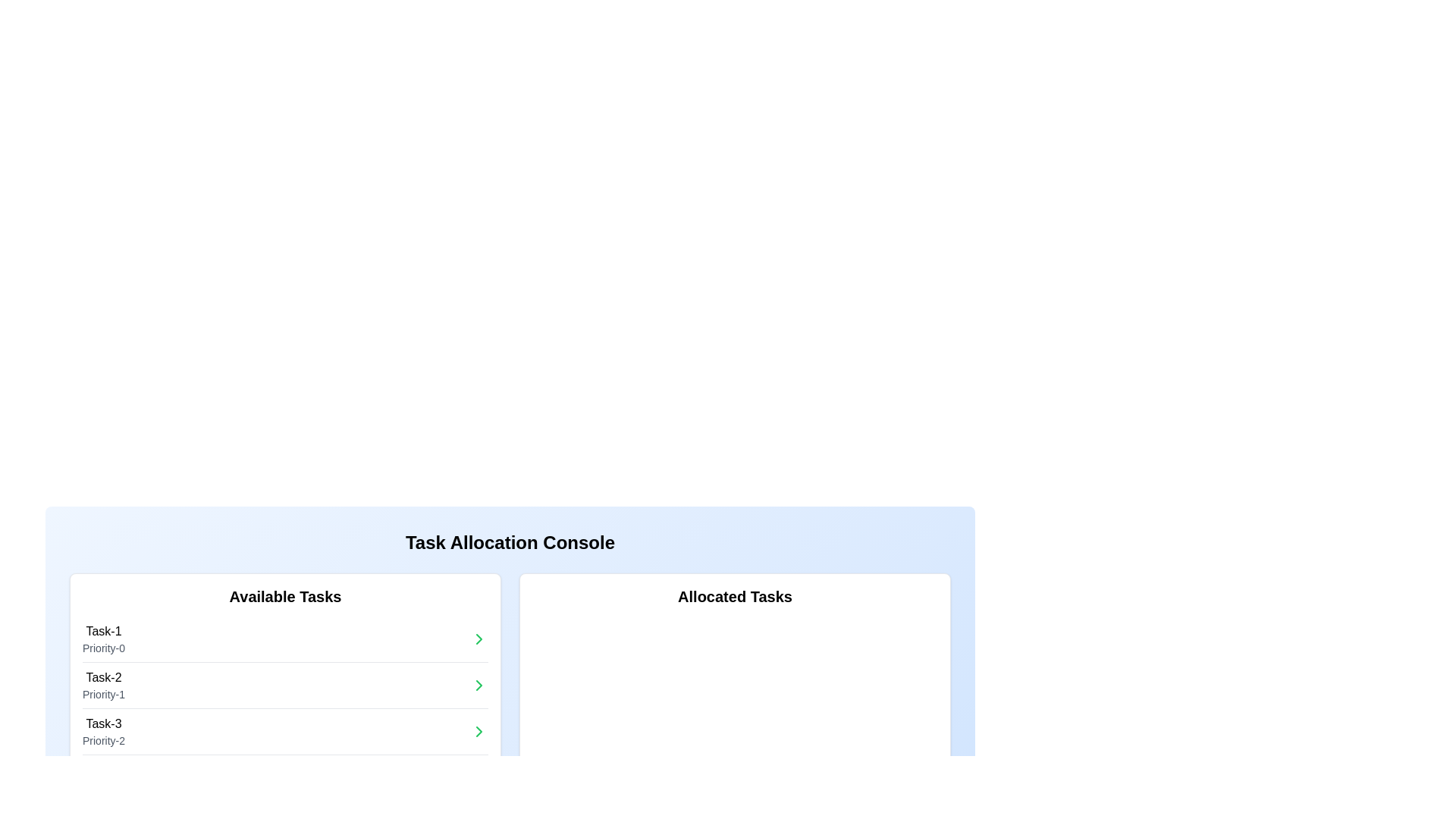  Describe the element at coordinates (479, 730) in the screenshot. I see `the right-facing green chevron icon button located in the 'Available Tasks' section, specifically aligned with the row labeled 'Task-3 Priority-2'` at that location.